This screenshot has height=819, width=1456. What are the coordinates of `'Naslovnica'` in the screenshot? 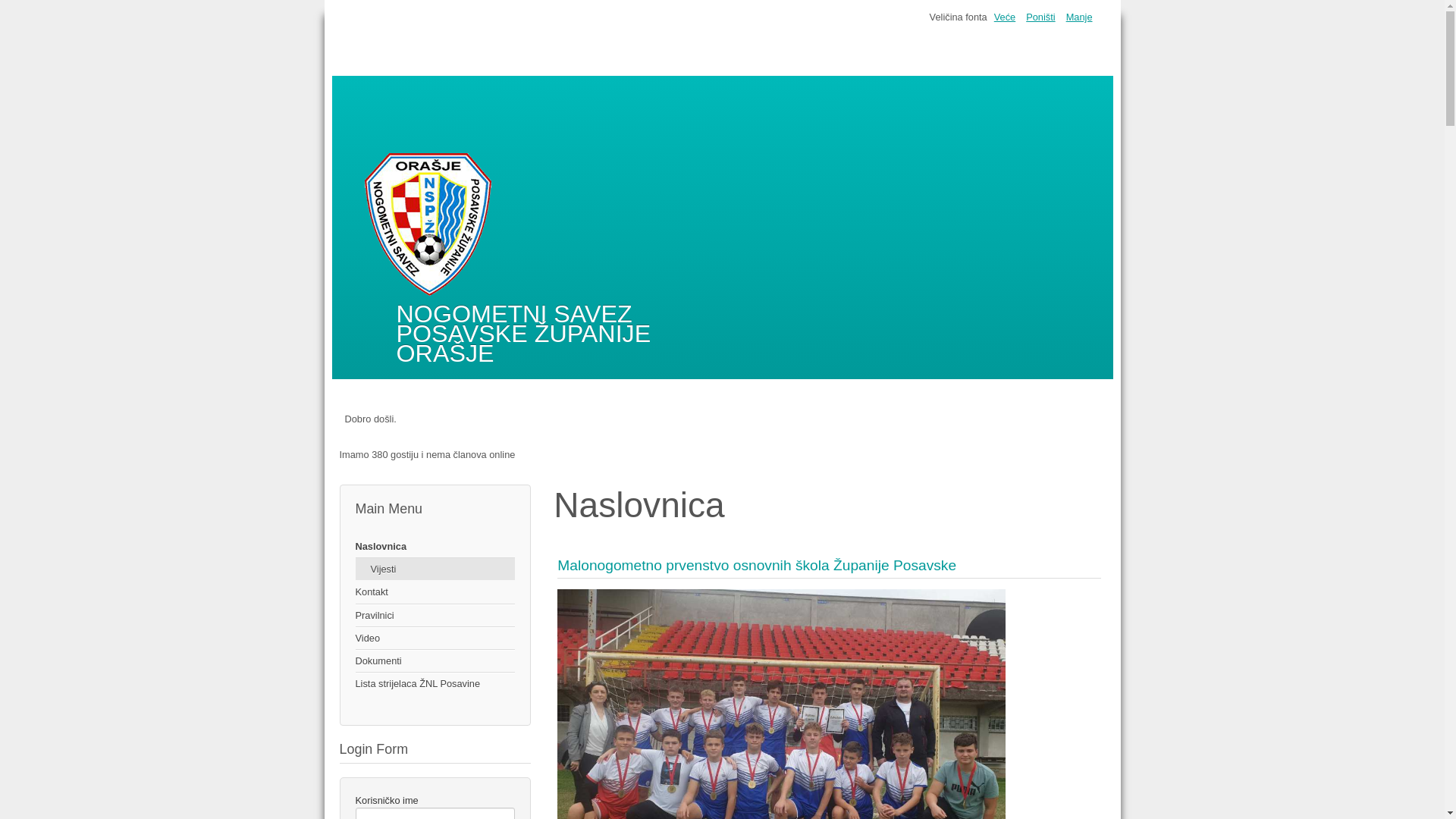 It's located at (434, 547).